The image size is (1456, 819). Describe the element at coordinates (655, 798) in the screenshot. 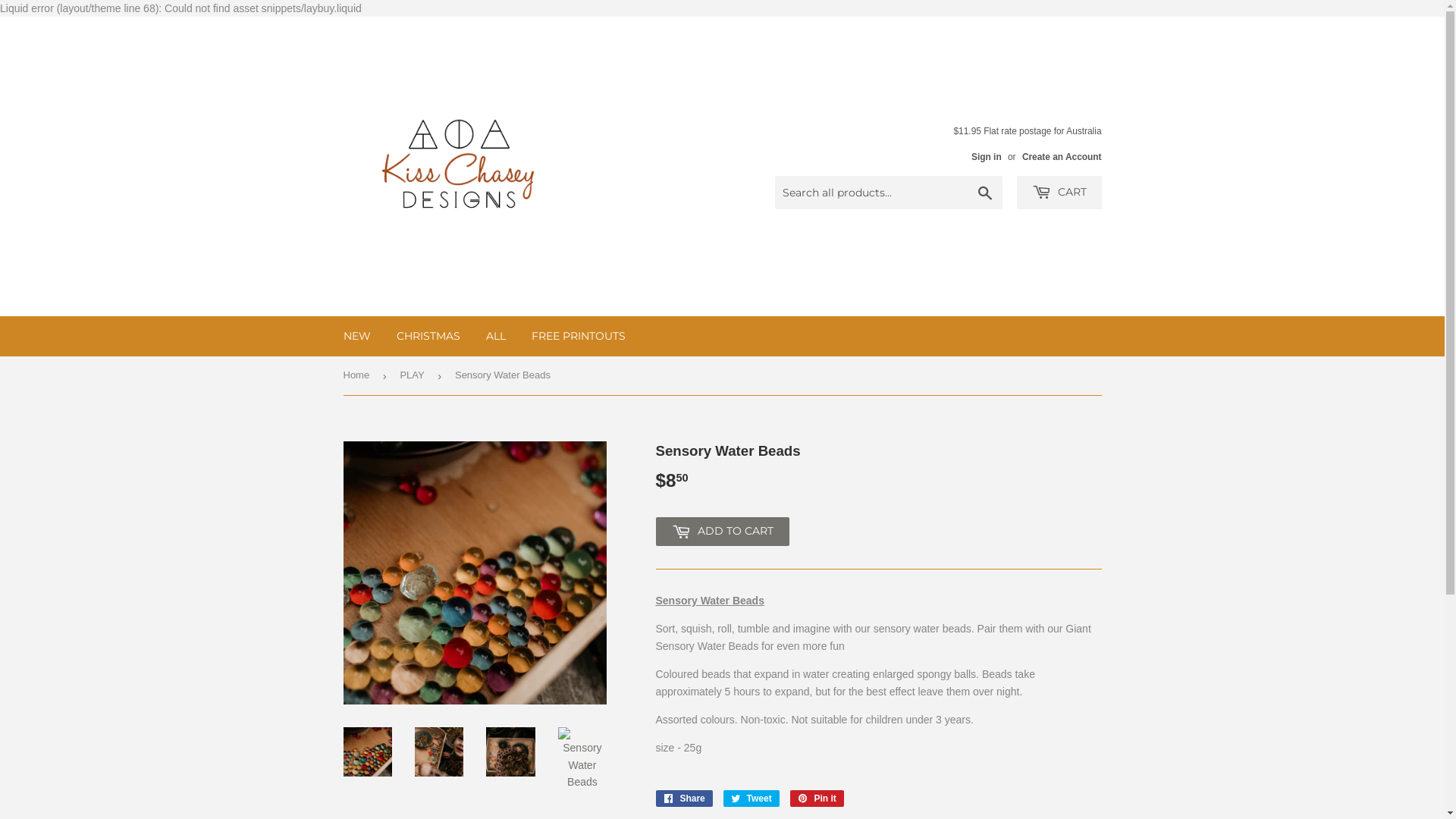

I see `'Share` at that location.